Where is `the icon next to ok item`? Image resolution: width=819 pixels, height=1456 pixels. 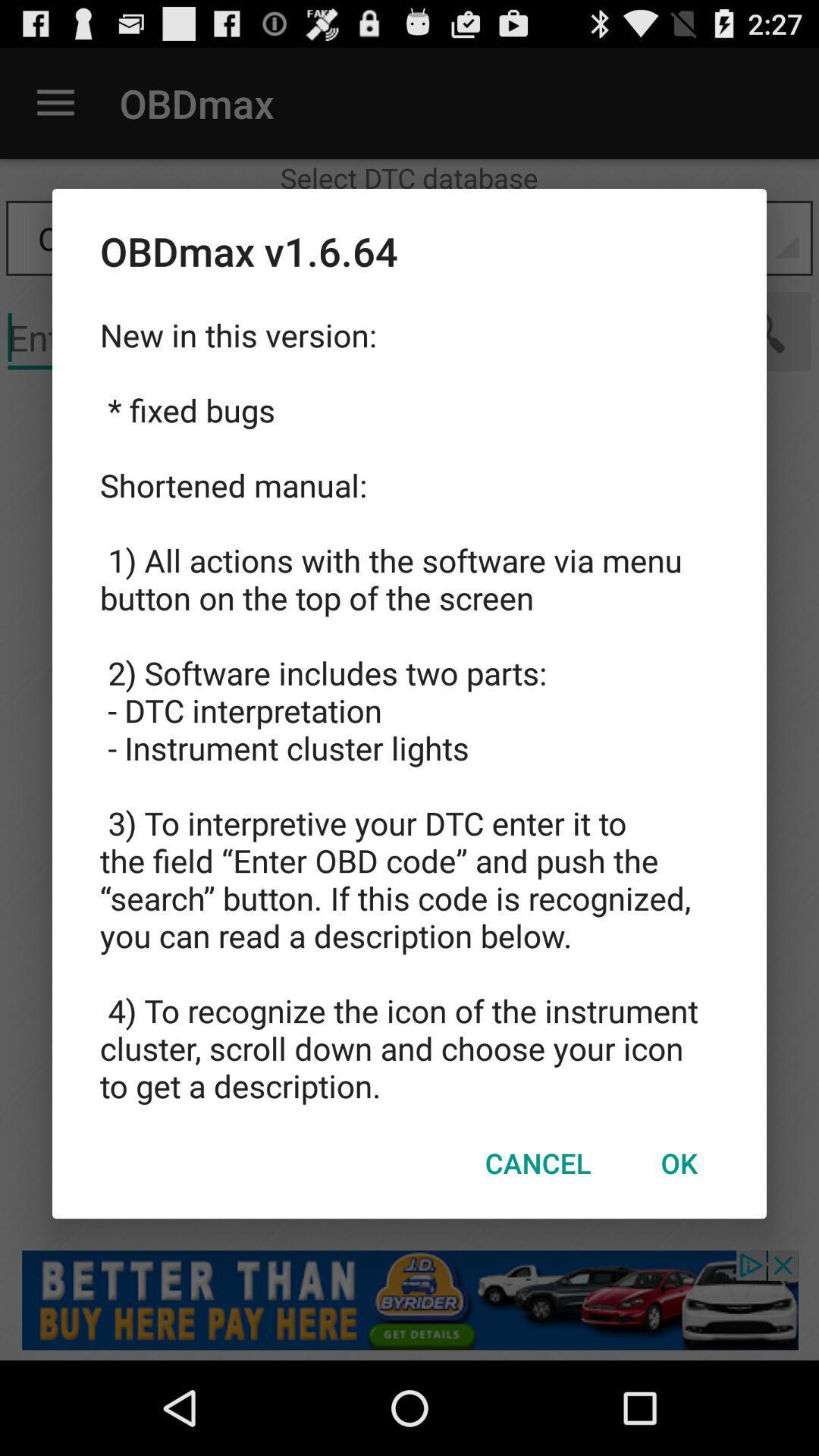 the icon next to ok item is located at coordinates (537, 1162).